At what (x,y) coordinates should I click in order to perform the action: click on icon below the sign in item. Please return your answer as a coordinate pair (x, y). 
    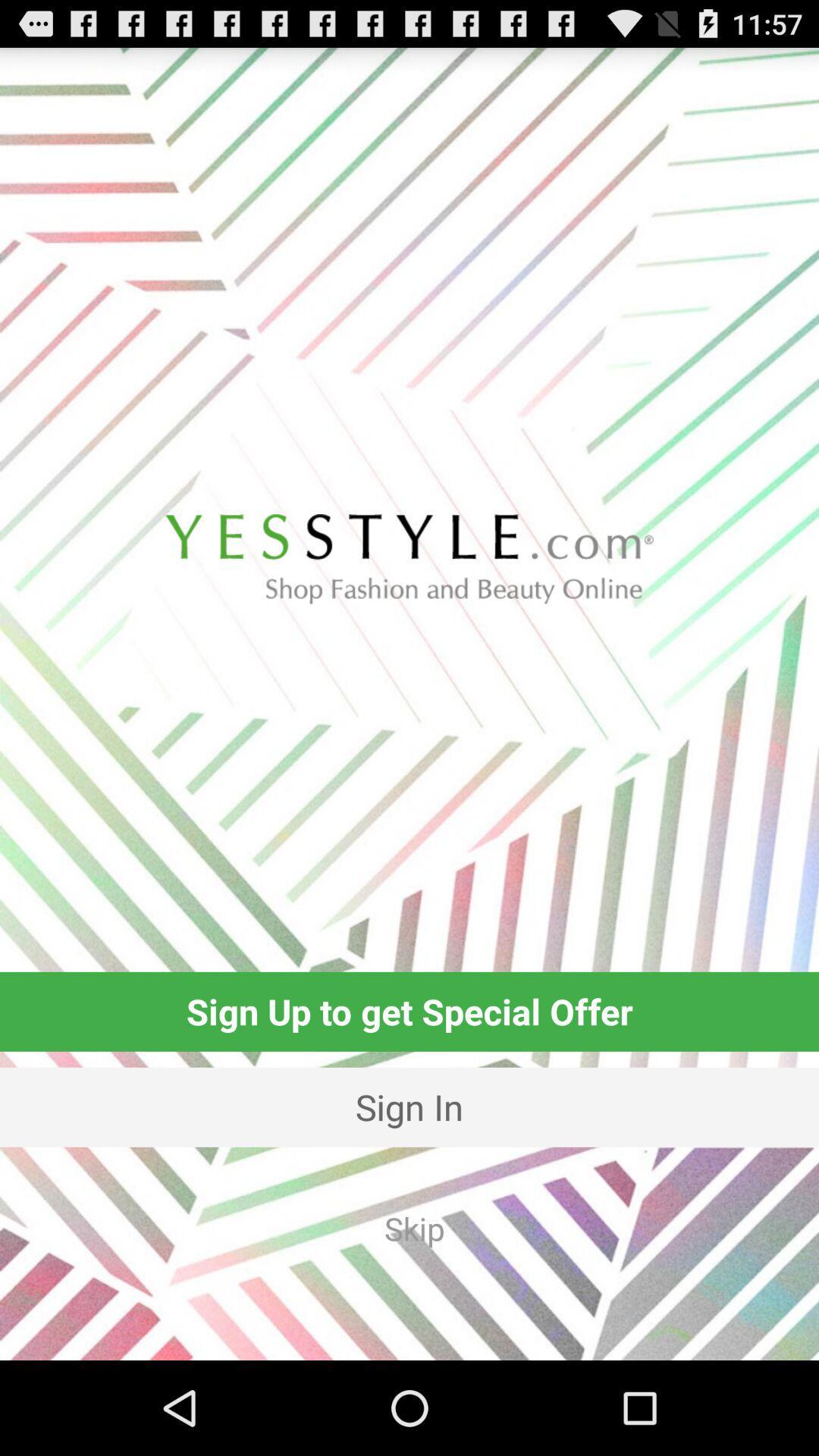
    Looking at the image, I should click on (414, 1228).